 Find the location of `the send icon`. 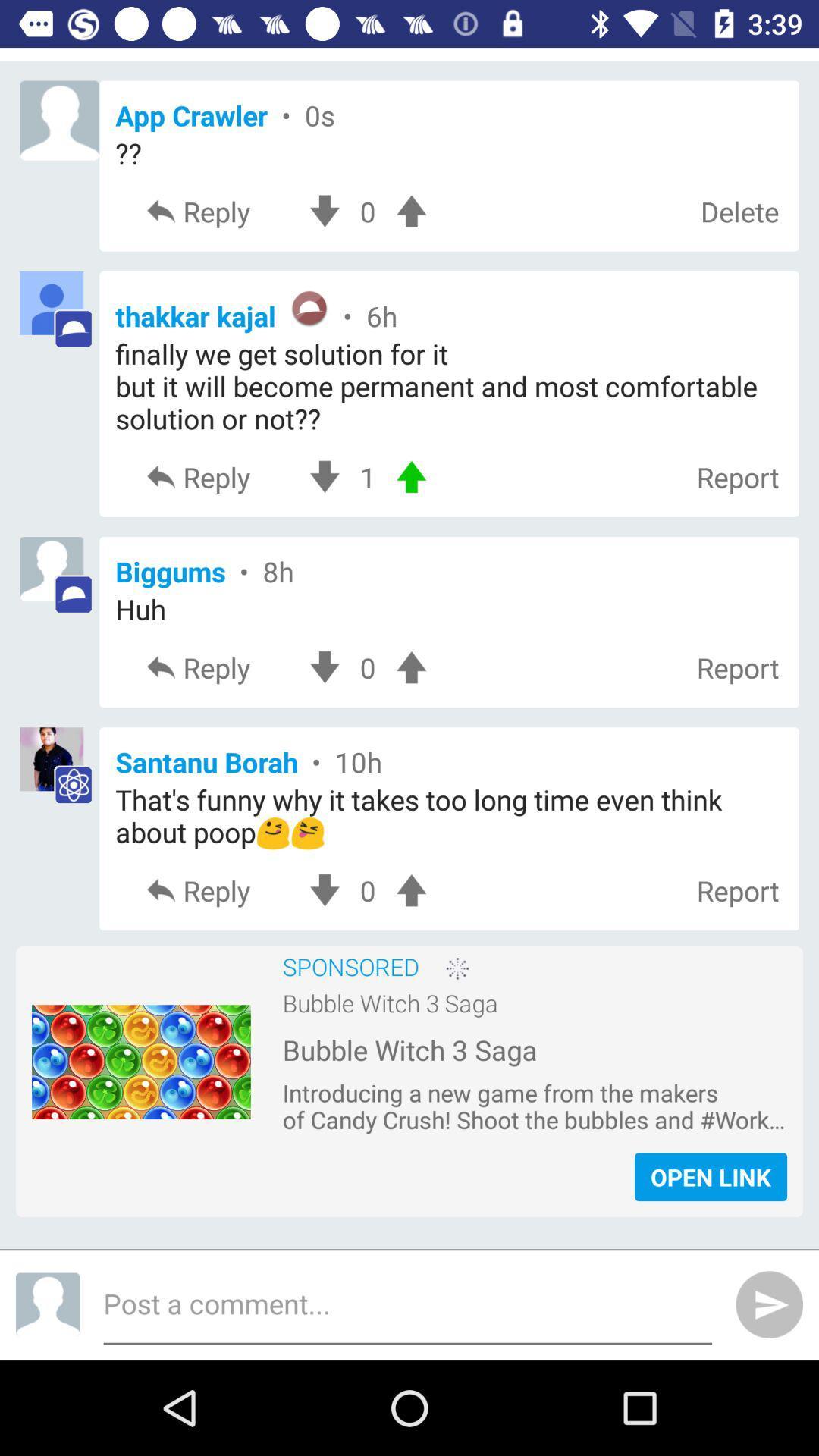

the send icon is located at coordinates (769, 1304).